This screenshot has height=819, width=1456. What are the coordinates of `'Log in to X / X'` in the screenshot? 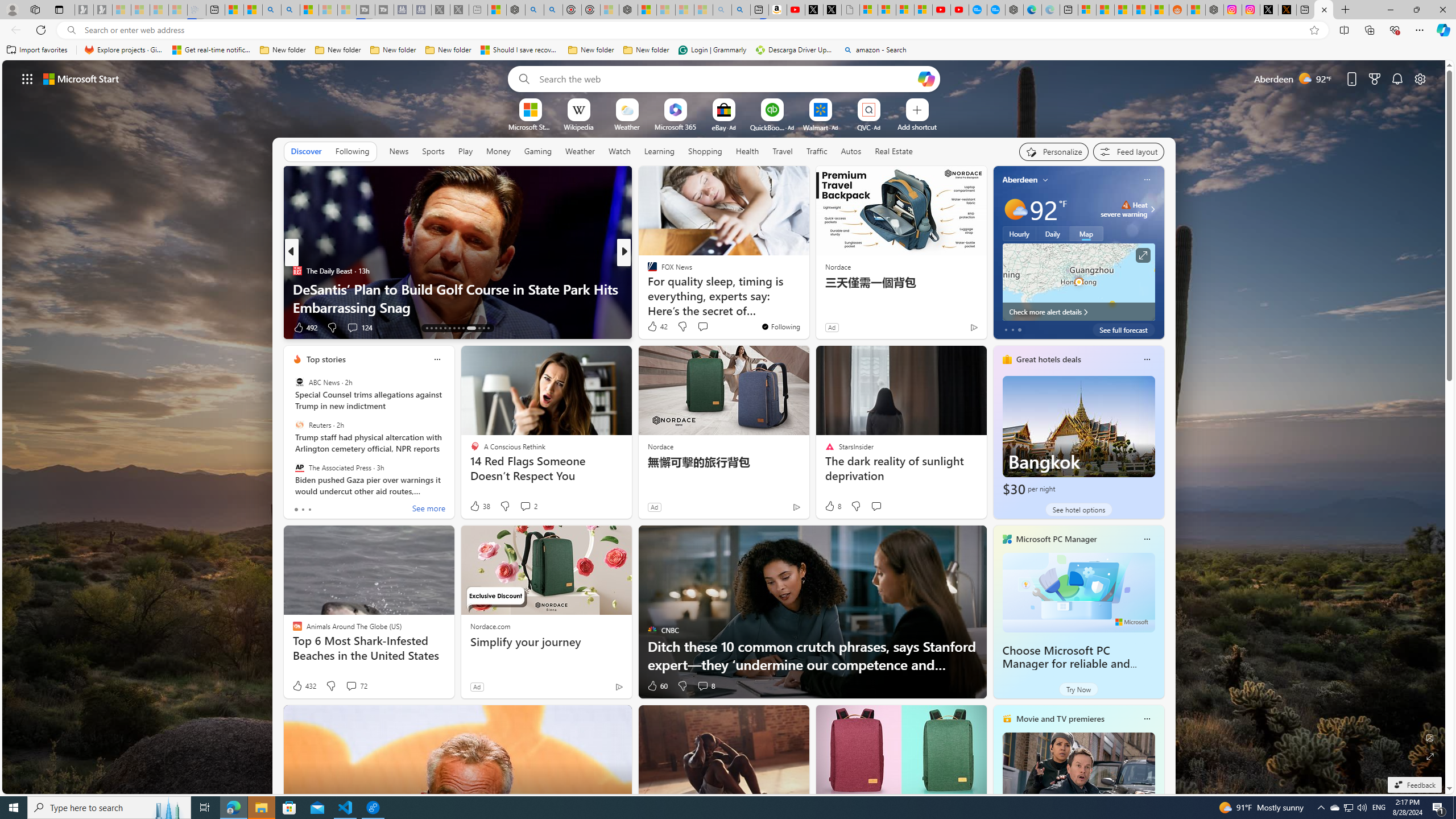 It's located at (1268, 9).